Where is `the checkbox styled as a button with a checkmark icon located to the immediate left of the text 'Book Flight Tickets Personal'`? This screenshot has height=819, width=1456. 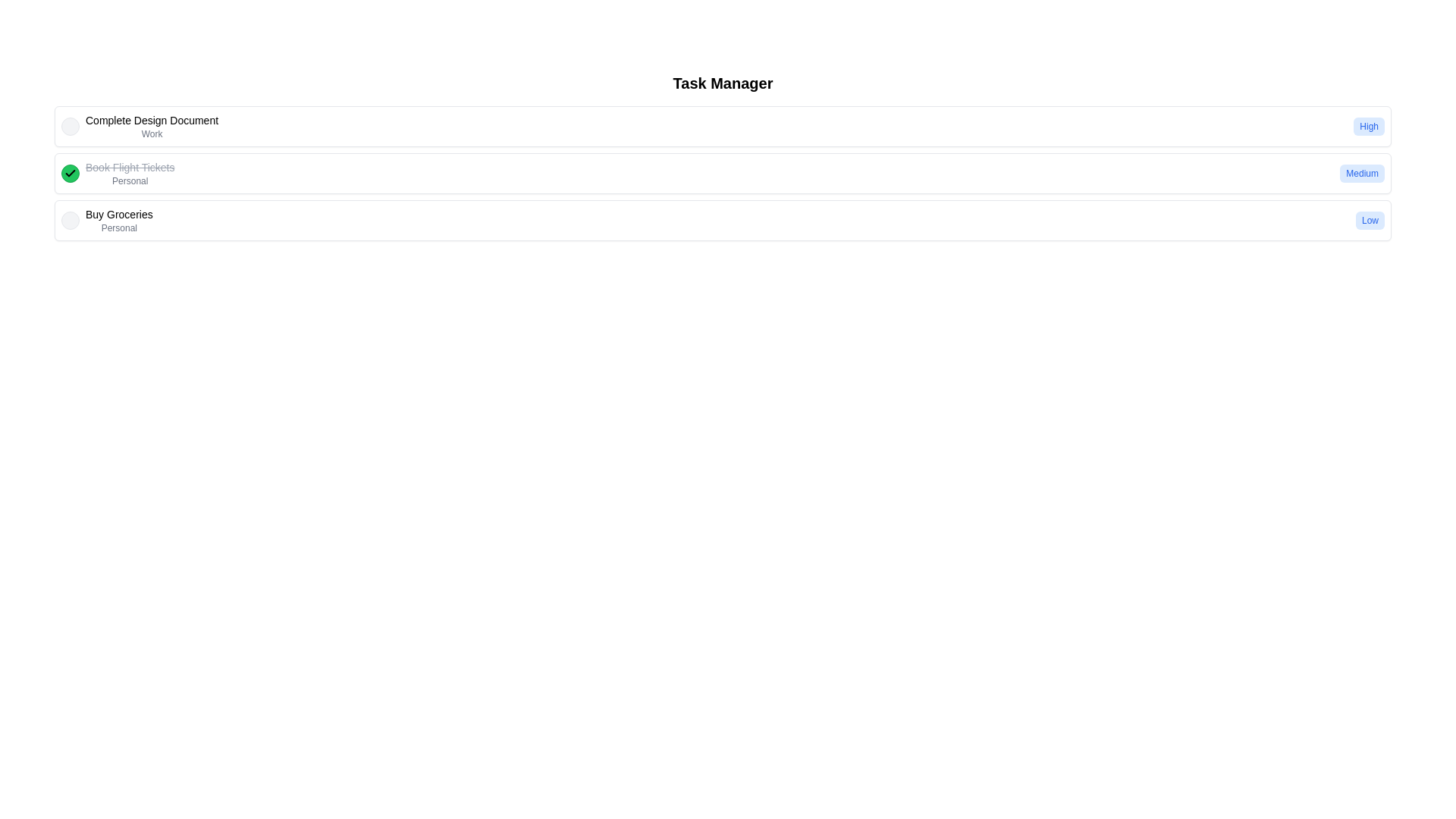
the checkbox styled as a button with a checkmark icon located to the immediate left of the text 'Book Flight Tickets Personal' is located at coordinates (69, 172).